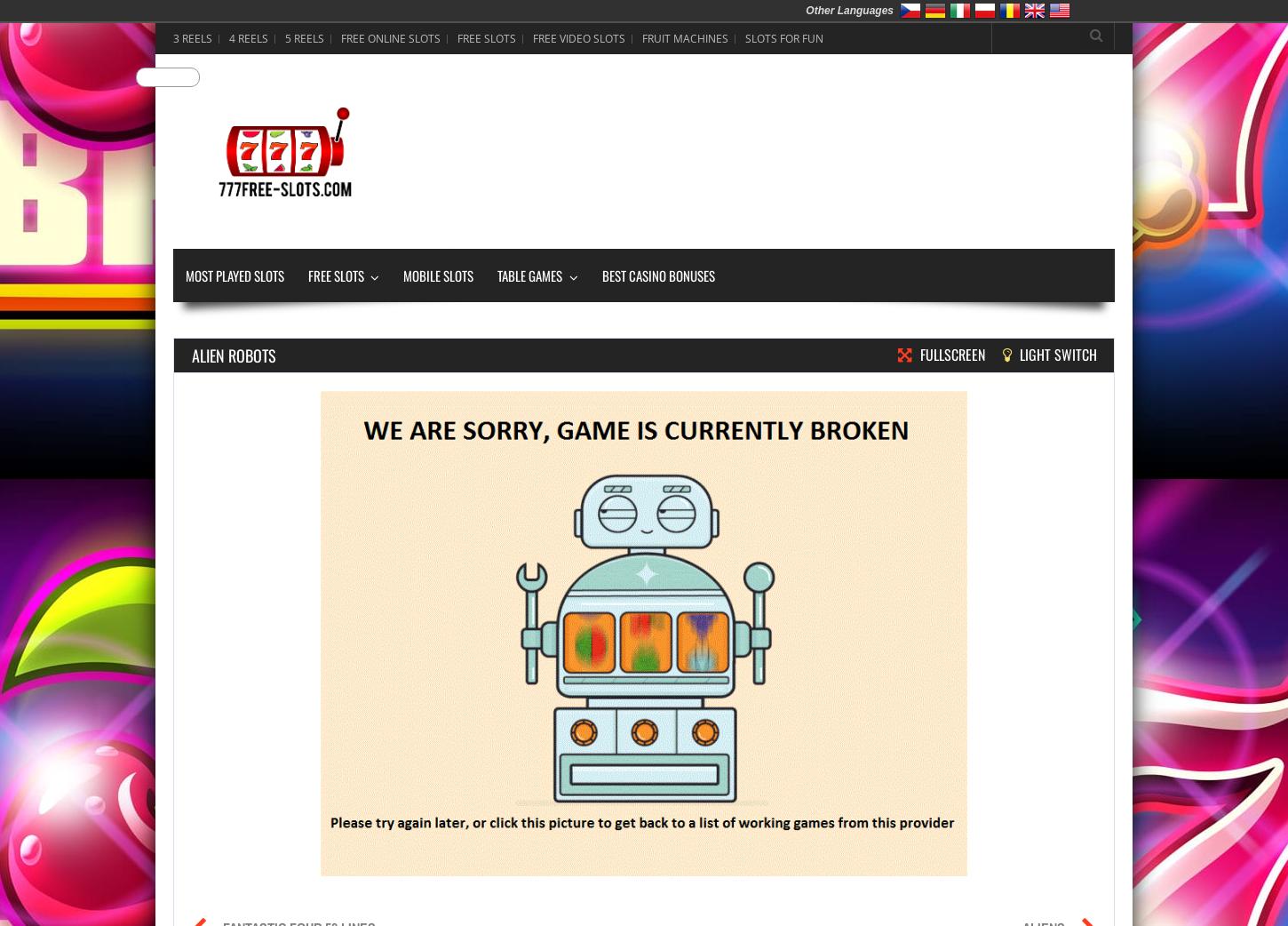  I want to click on 'Mobile Slots', so click(438, 275).